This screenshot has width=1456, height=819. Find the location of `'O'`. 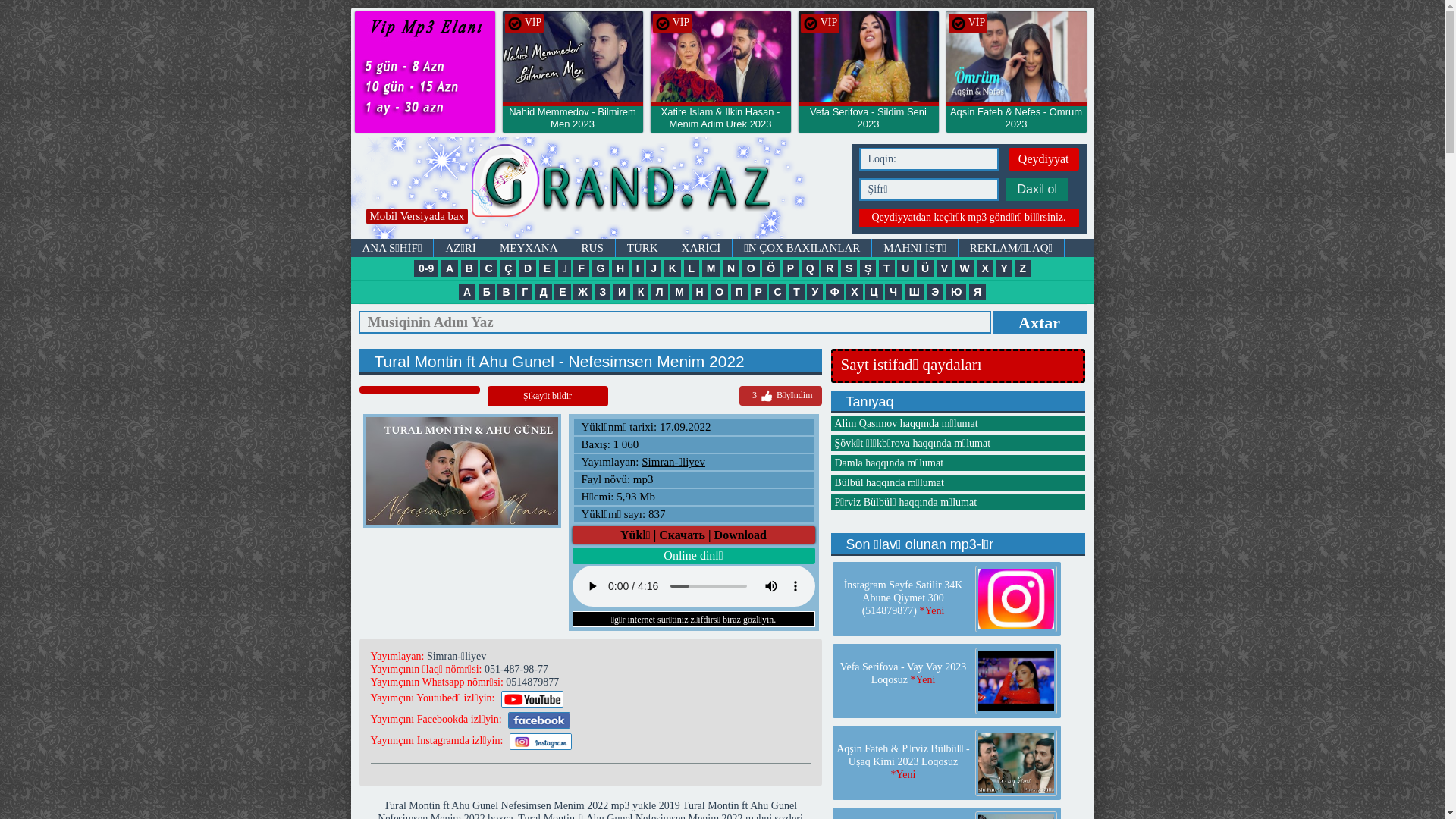

'O' is located at coordinates (742, 268).